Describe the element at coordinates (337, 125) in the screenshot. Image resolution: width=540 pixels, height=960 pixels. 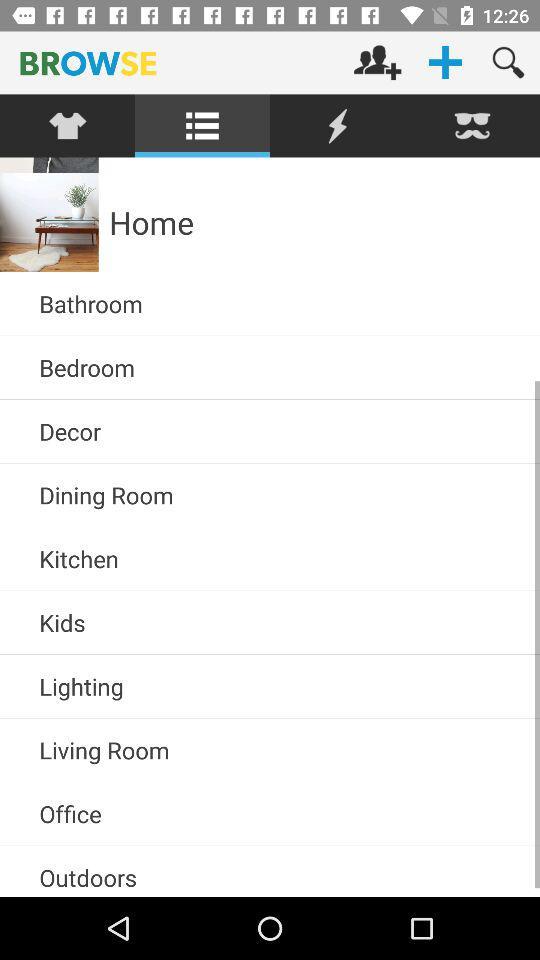
I see `click current option` at that location.